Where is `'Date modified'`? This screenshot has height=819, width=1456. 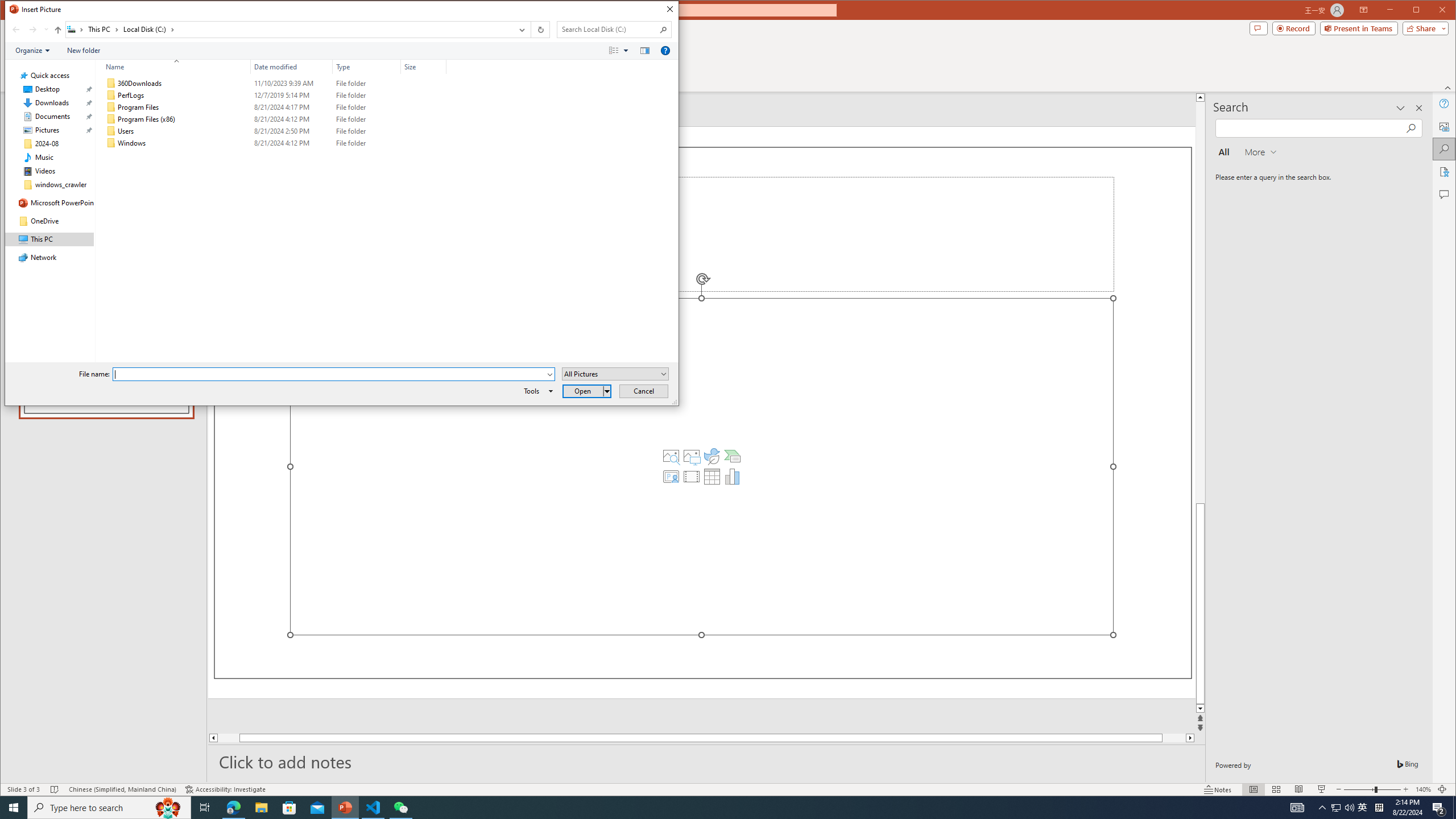
'Date modified' is located at coordinates (292, 66).